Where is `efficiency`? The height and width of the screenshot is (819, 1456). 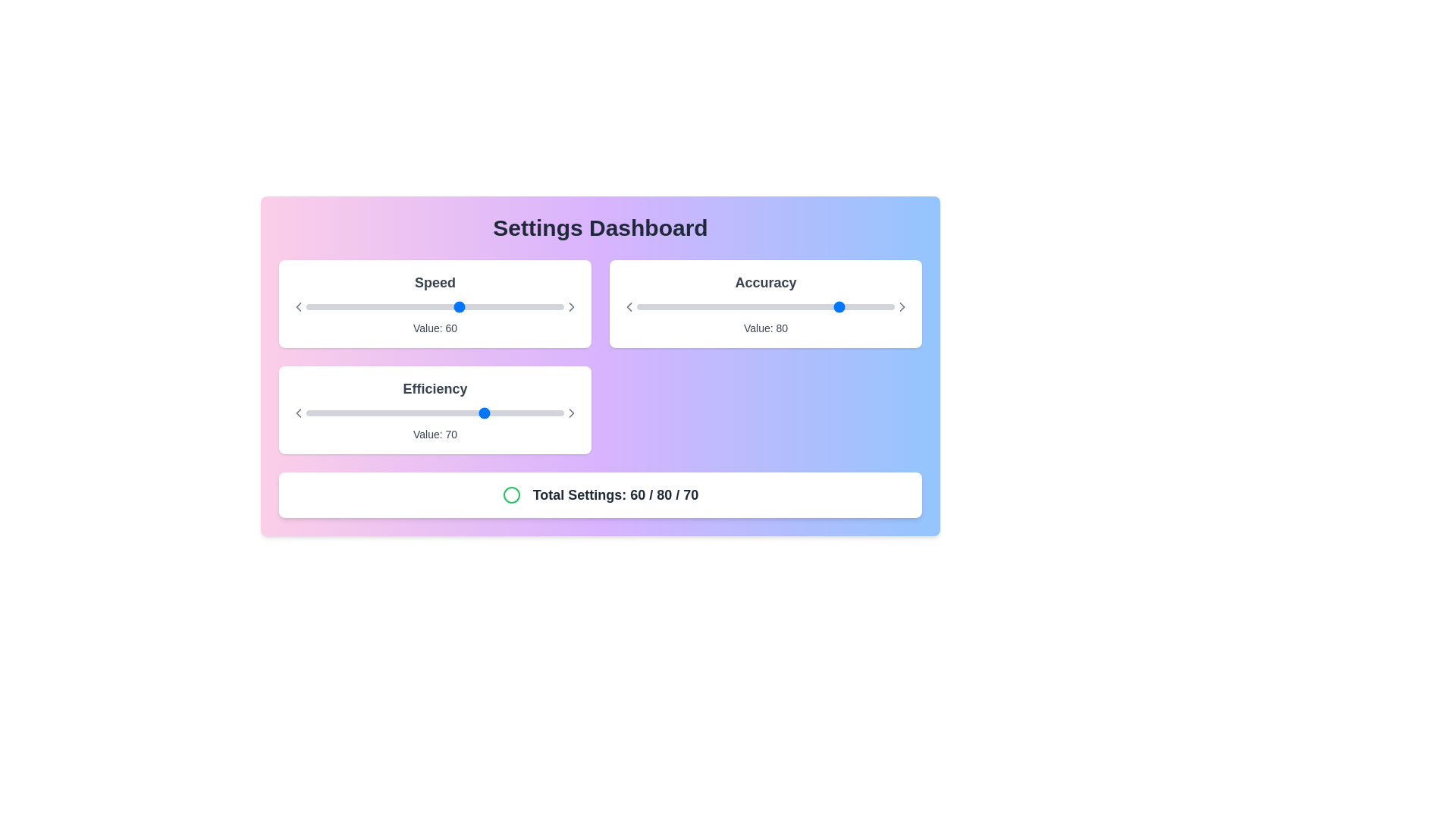 efficiency is located at coordinates (478, 413).